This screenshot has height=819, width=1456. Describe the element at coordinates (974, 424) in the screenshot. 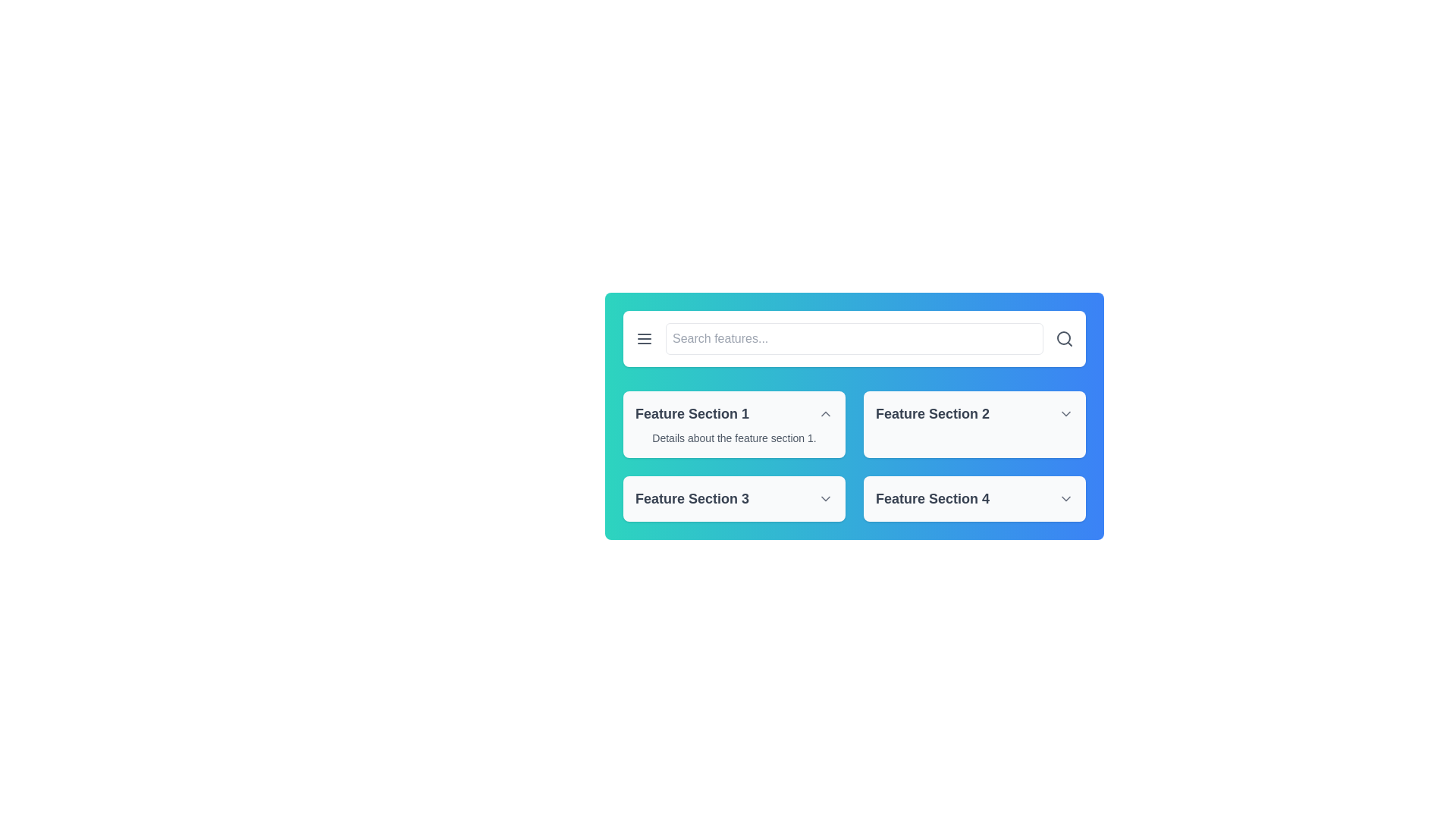

I see `the chevron icon on the 'Feature Section 2' header` at that location.